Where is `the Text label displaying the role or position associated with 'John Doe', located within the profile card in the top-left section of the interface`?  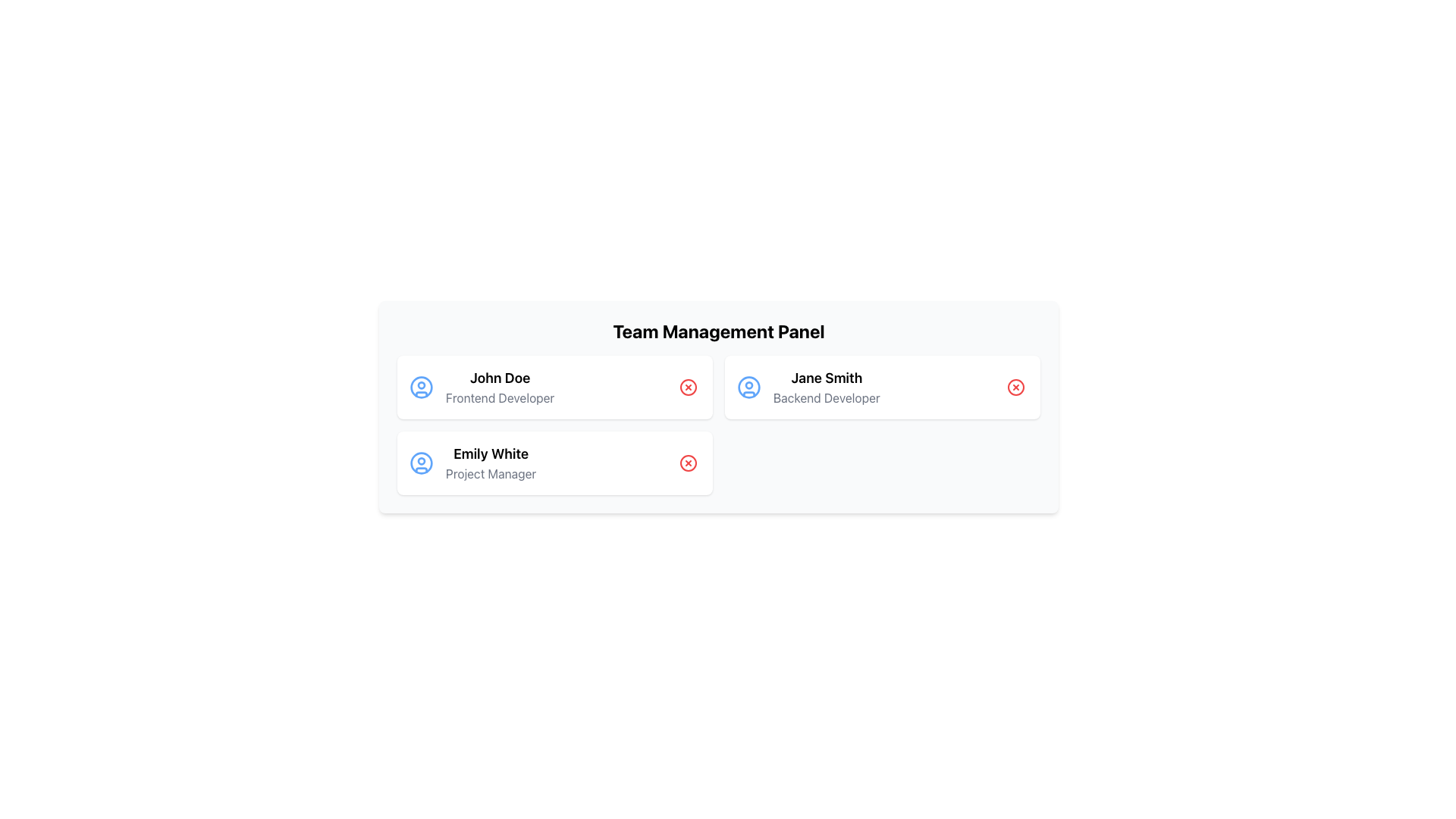 the Text label displaying the role or position associated with 'John Doe', located within the profile card in the top-left section of the interface is located at coordinates (500, 397).